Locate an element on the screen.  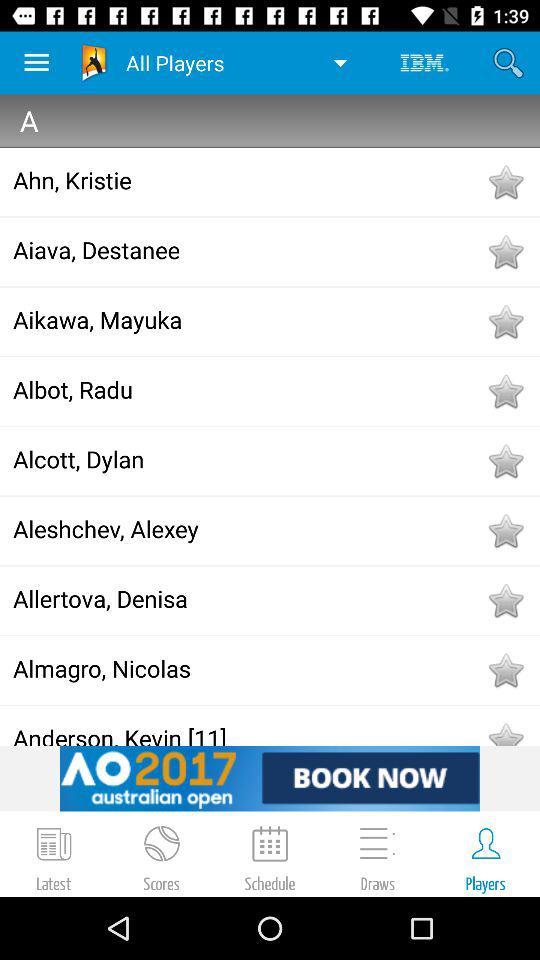
the player is located at coordinates (504, 251).